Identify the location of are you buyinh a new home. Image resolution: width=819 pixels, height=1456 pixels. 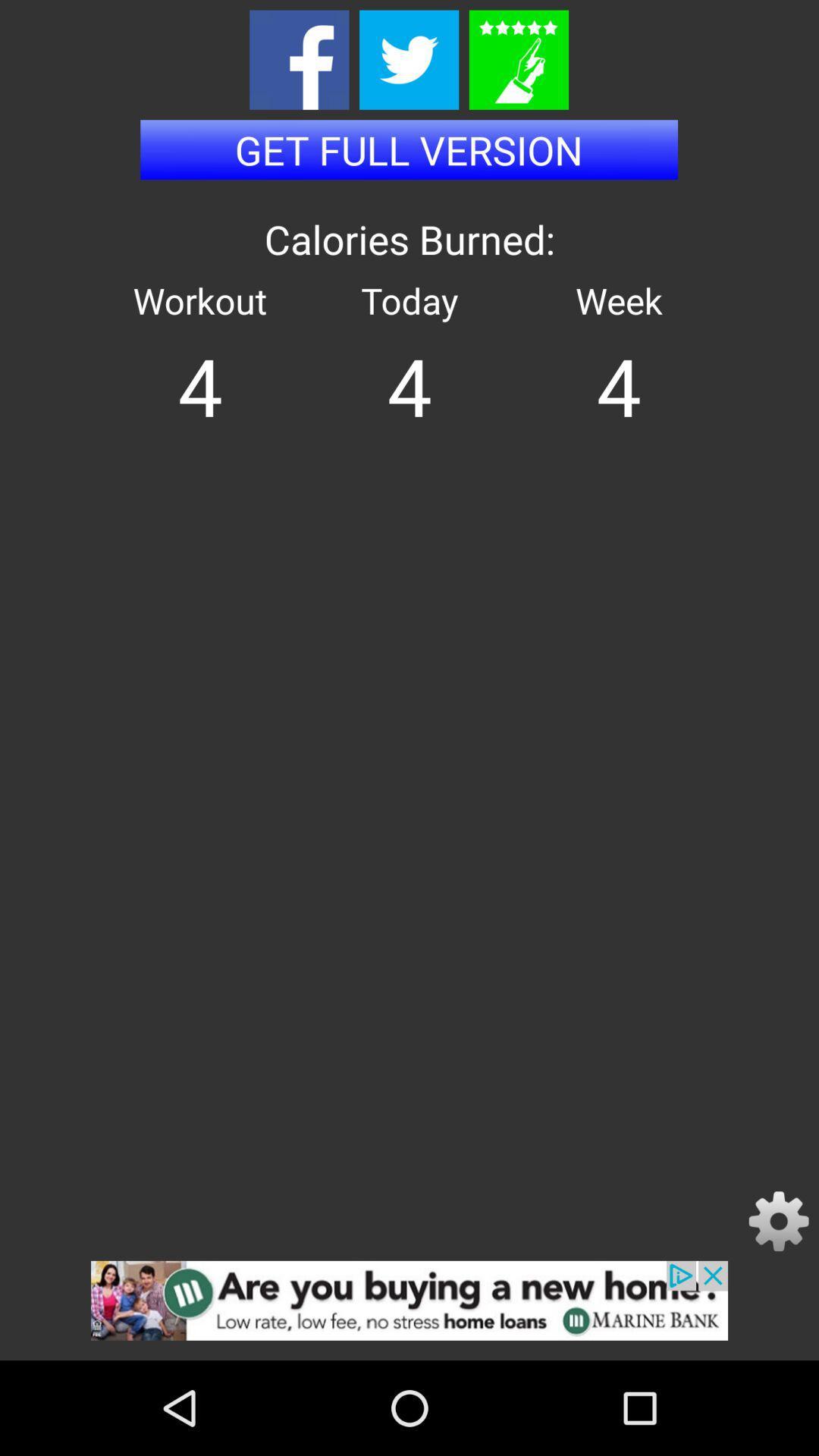
(409, 1310).